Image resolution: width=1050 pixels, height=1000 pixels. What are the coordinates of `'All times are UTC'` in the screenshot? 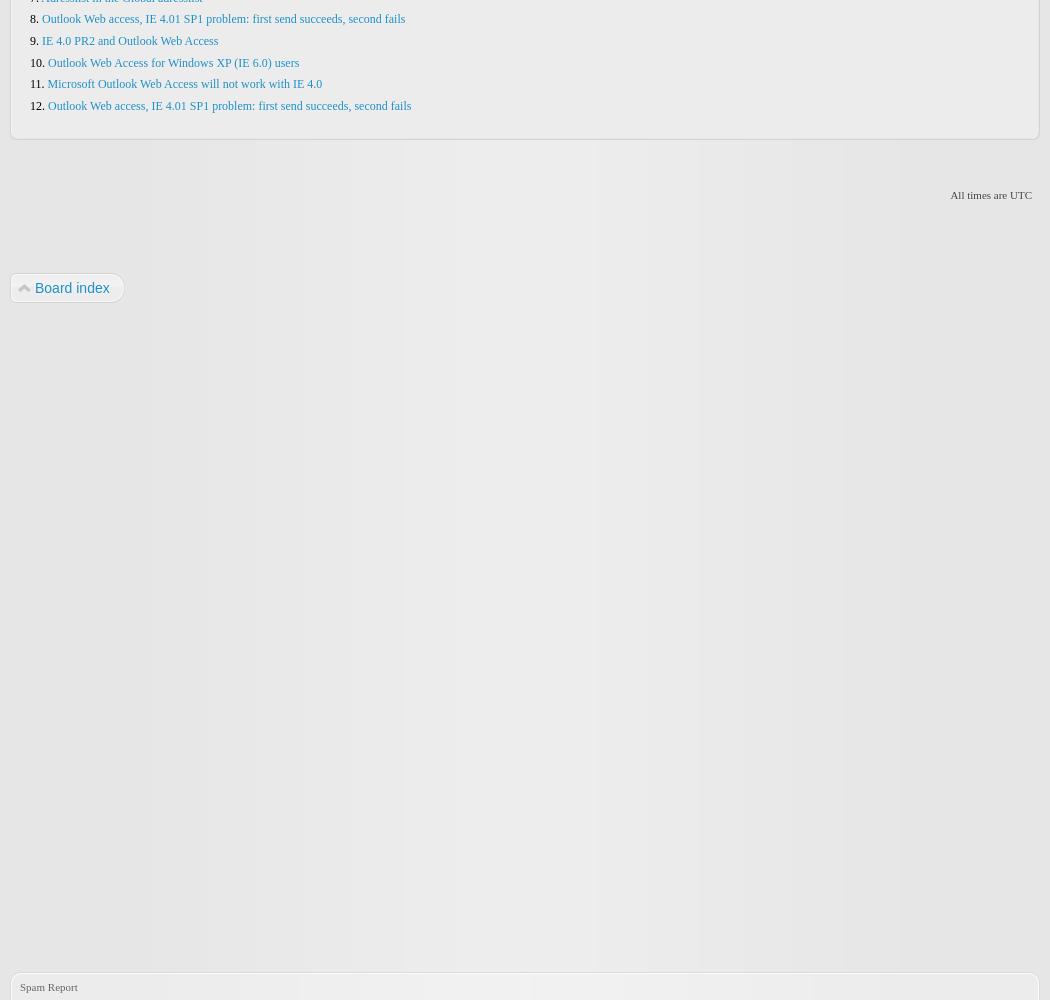 It's located at (990, 193).